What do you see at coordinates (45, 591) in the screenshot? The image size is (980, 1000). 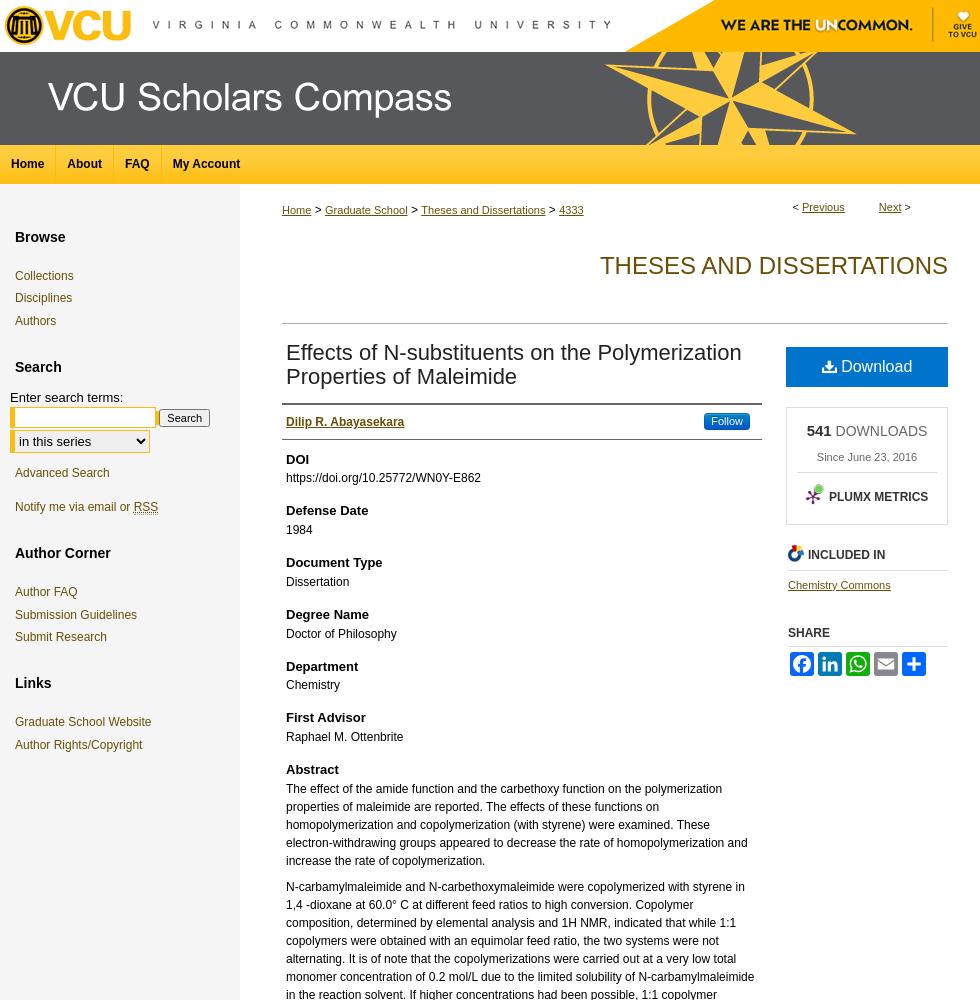 I see `'Author FAQ'` at bounding box center [45, 591].